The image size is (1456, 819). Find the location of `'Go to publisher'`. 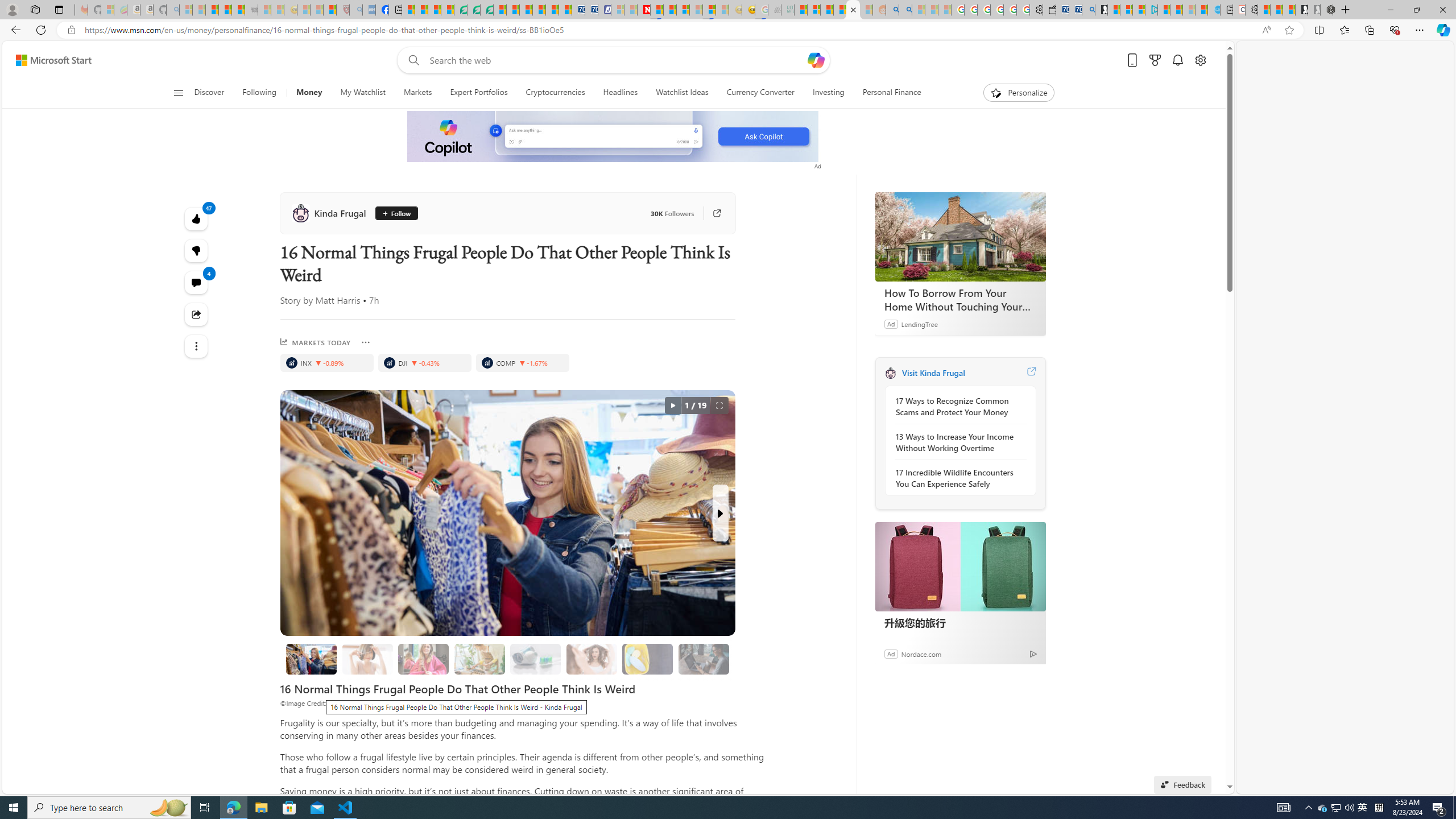

'Go to publisher' is located at coordinates (711, 213).